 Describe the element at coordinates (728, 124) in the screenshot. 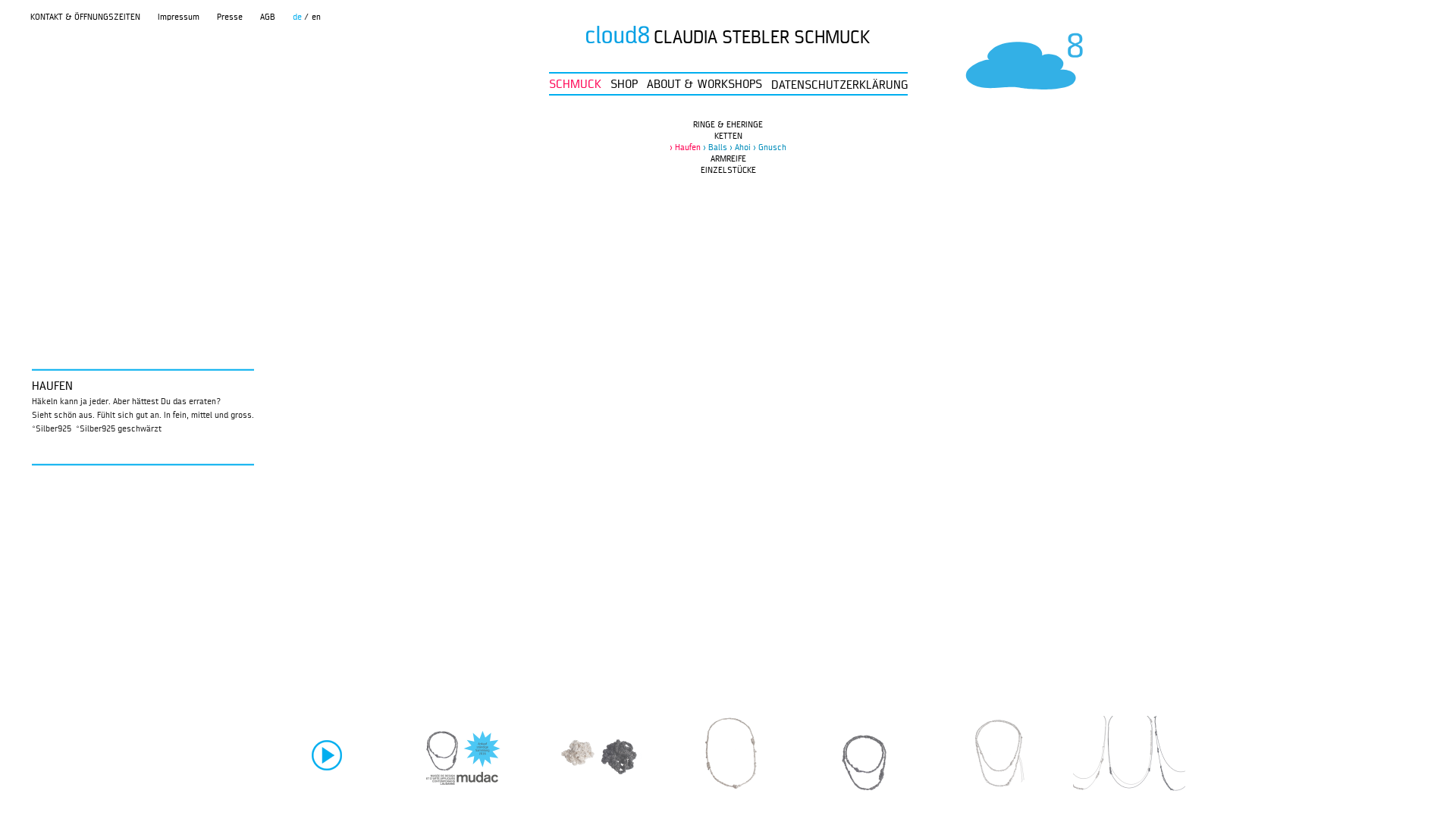

I see `'RINGE & EHERINGE'` at that location.